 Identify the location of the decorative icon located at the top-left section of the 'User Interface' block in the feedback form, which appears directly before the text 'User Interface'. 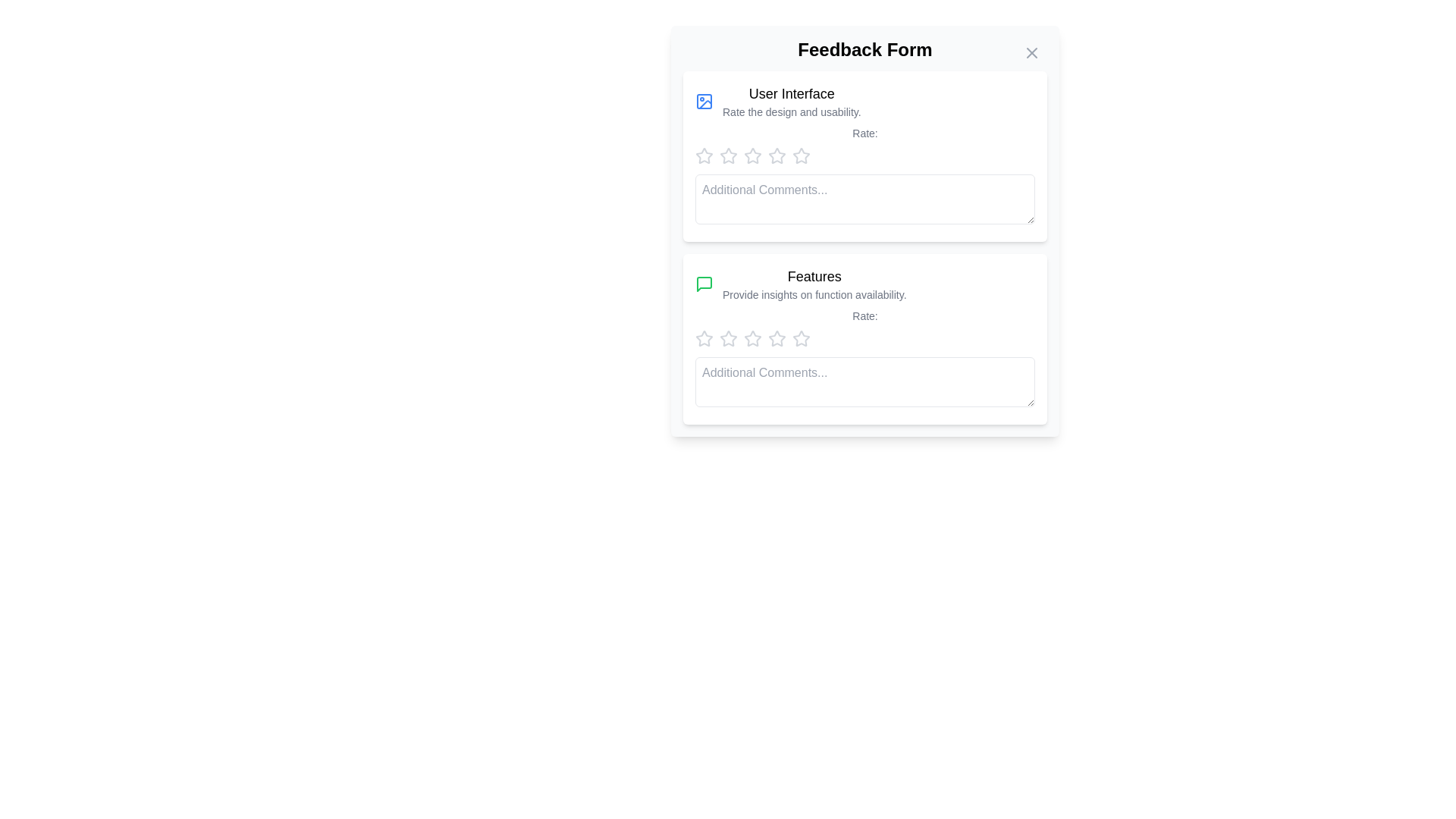
(704, 102).